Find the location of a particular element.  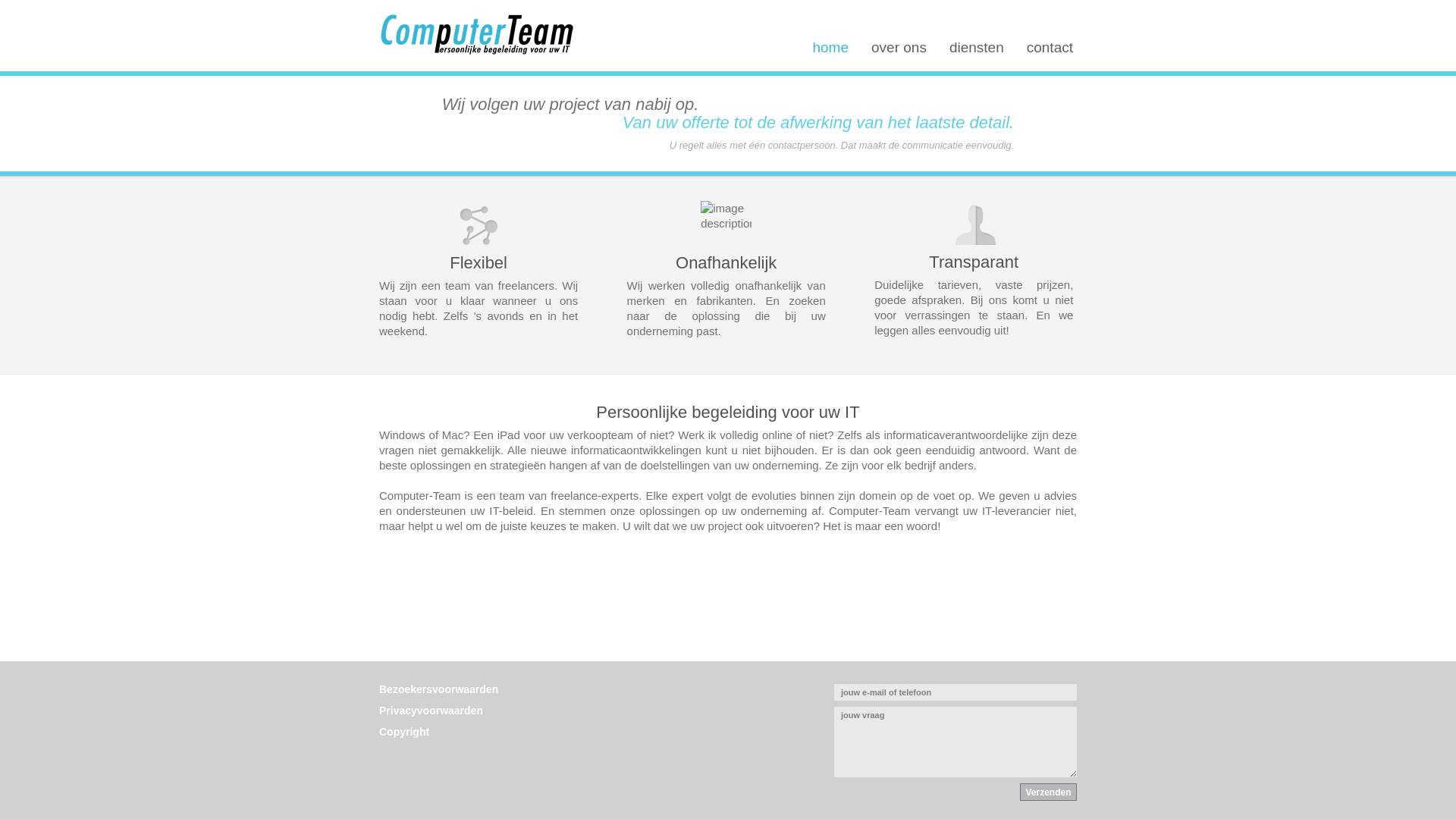

'Bezoekersvoorwaarden' is located at coordinates (438, 689).